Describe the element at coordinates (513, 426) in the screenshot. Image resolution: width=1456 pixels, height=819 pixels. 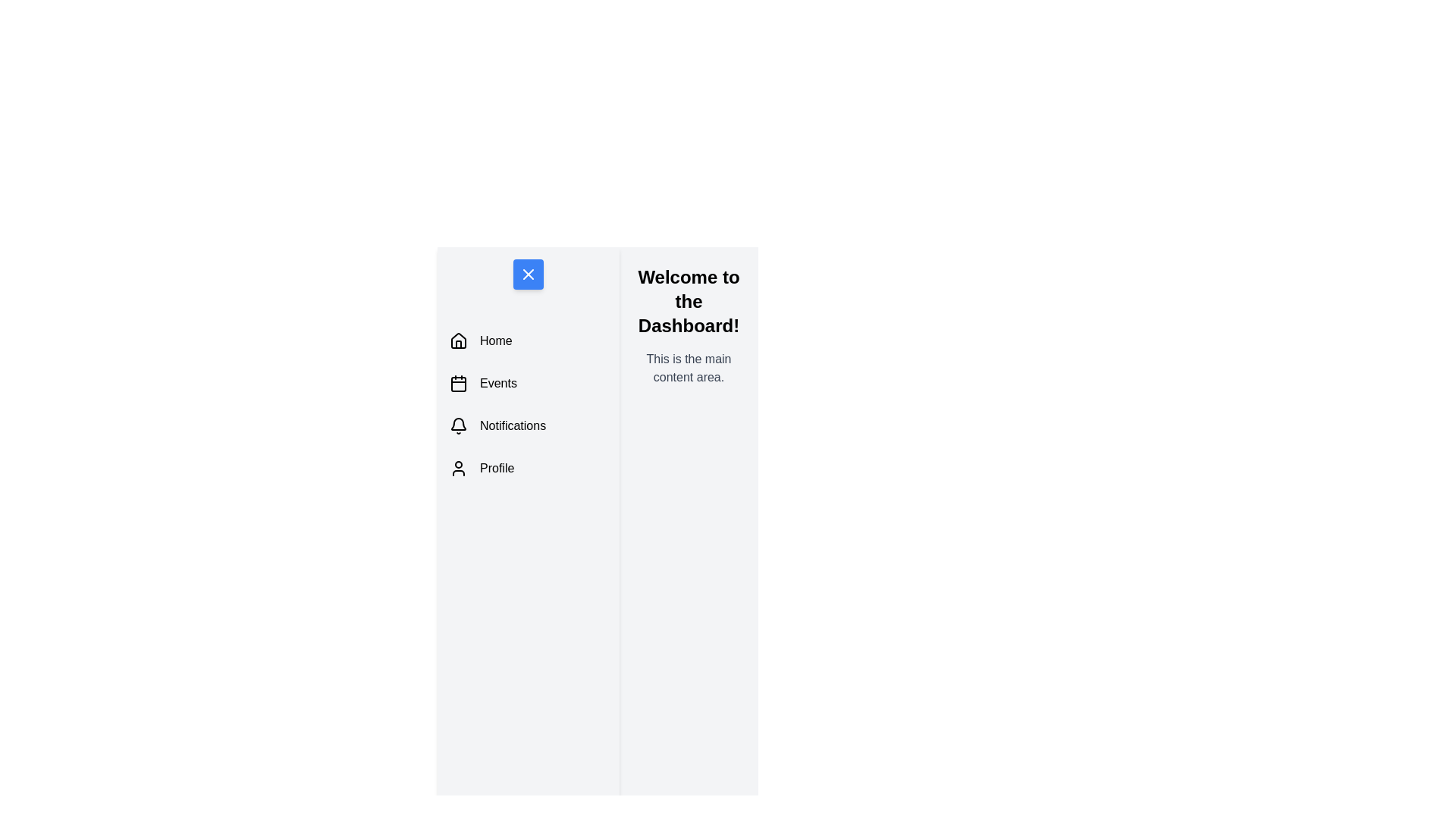
I see `'Notifications' label located in the vertical navigation menu, which is positioned below the 'Events' menu item and above the 'Profile' option` at that location.